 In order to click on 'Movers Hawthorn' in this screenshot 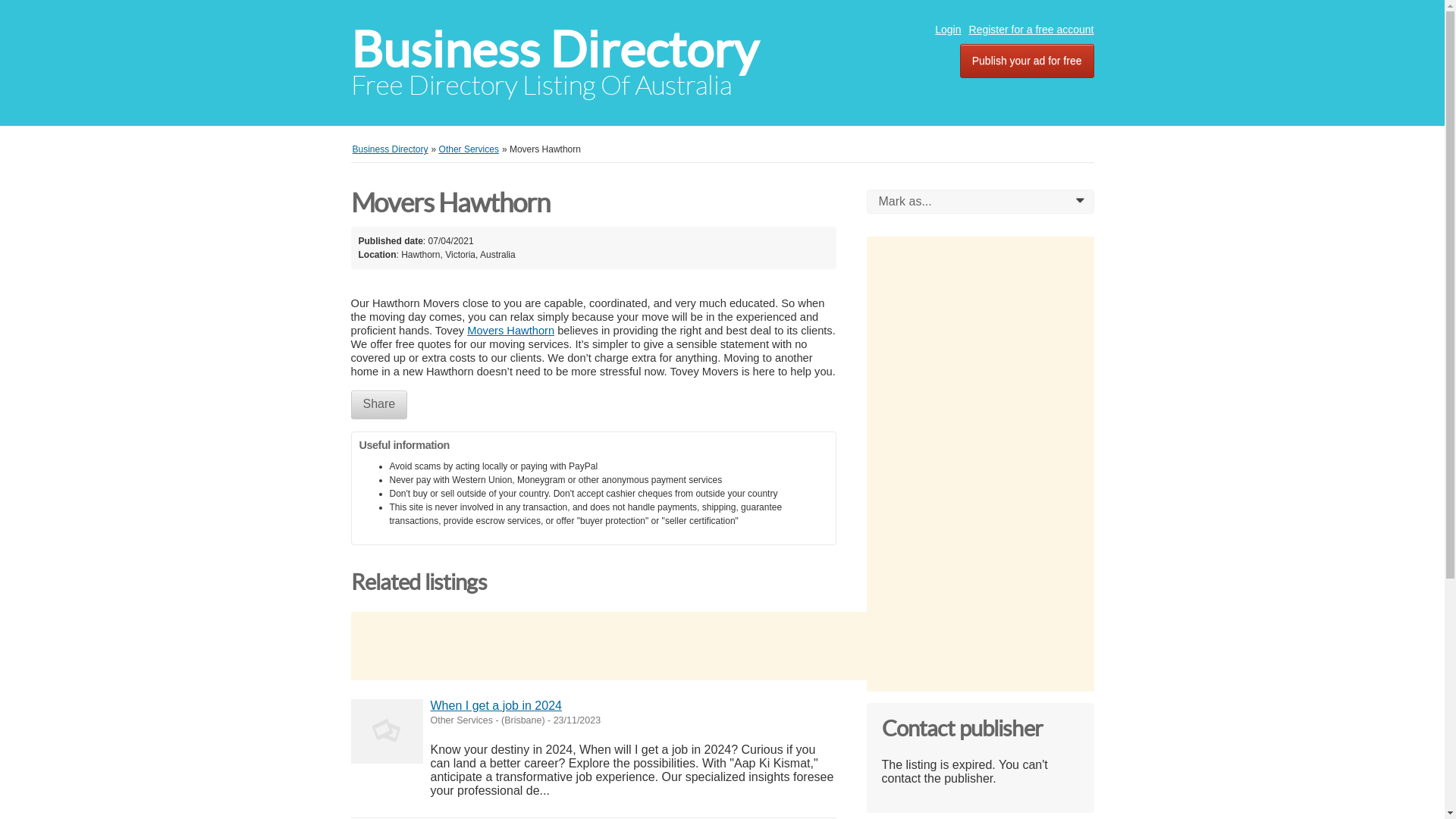, I will do `click(510, 329)`.